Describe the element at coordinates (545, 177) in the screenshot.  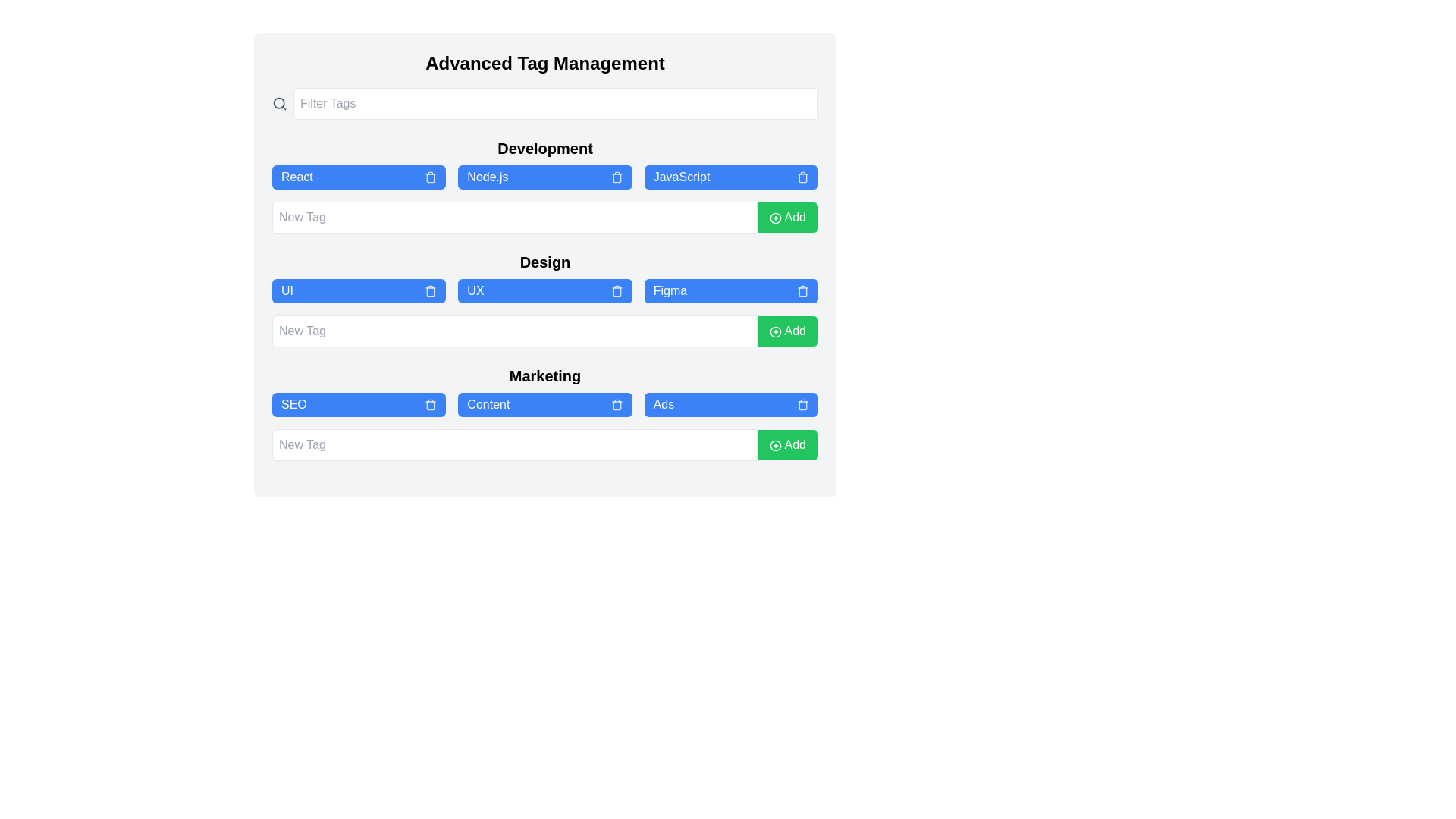
I see `the blue rectangular button labeled 'Node.js'` at that location.